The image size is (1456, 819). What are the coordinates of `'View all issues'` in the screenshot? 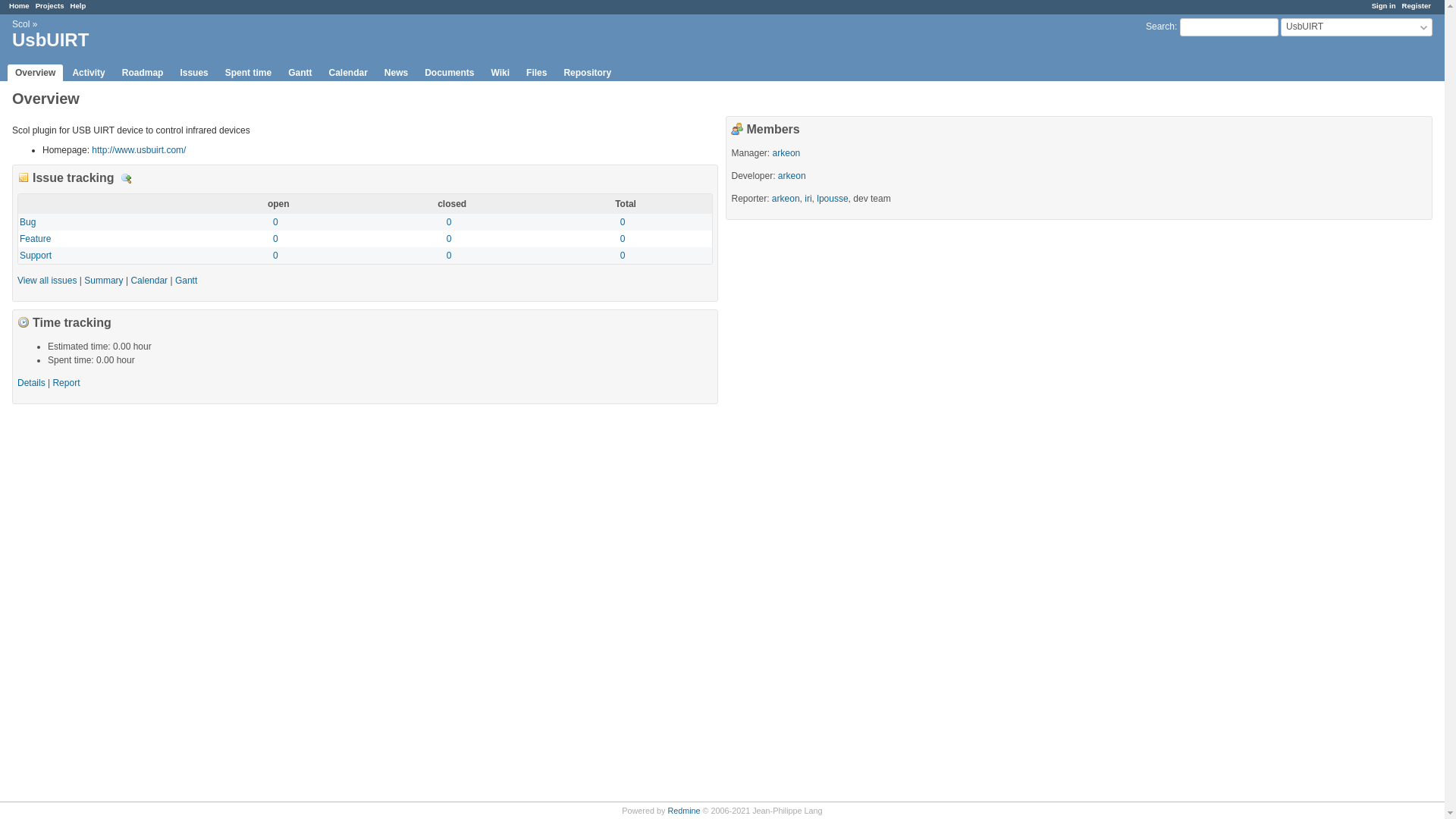 It's located at (47, 281).